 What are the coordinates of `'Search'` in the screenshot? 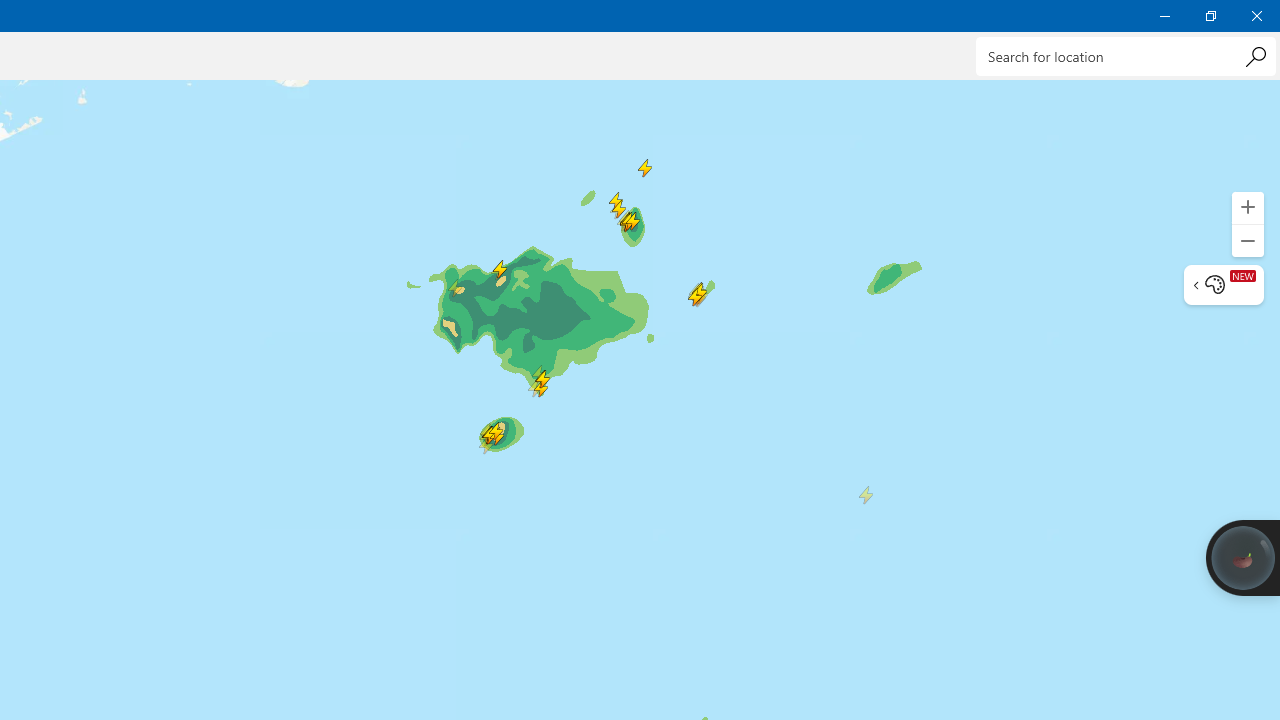 It's located at (1254, 55).